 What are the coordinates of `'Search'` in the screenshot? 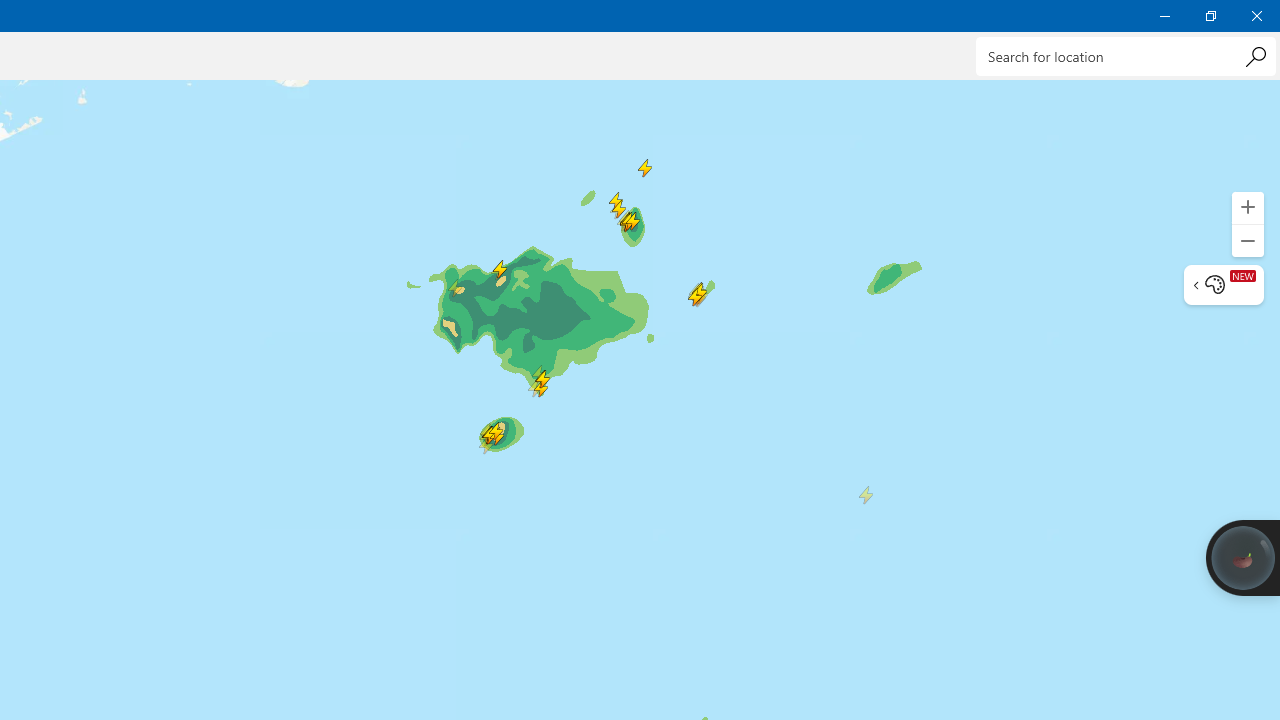 It's located at (1254, 55).